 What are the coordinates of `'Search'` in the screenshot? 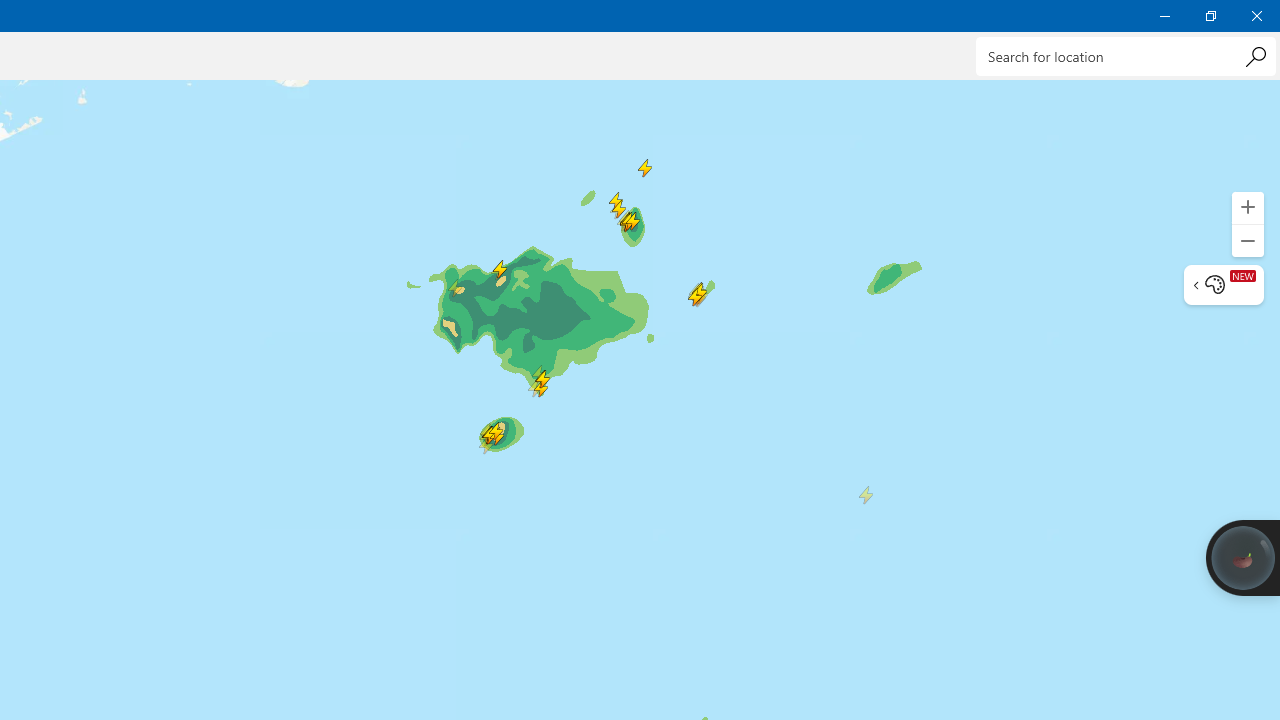 It's located at (1254, 55).